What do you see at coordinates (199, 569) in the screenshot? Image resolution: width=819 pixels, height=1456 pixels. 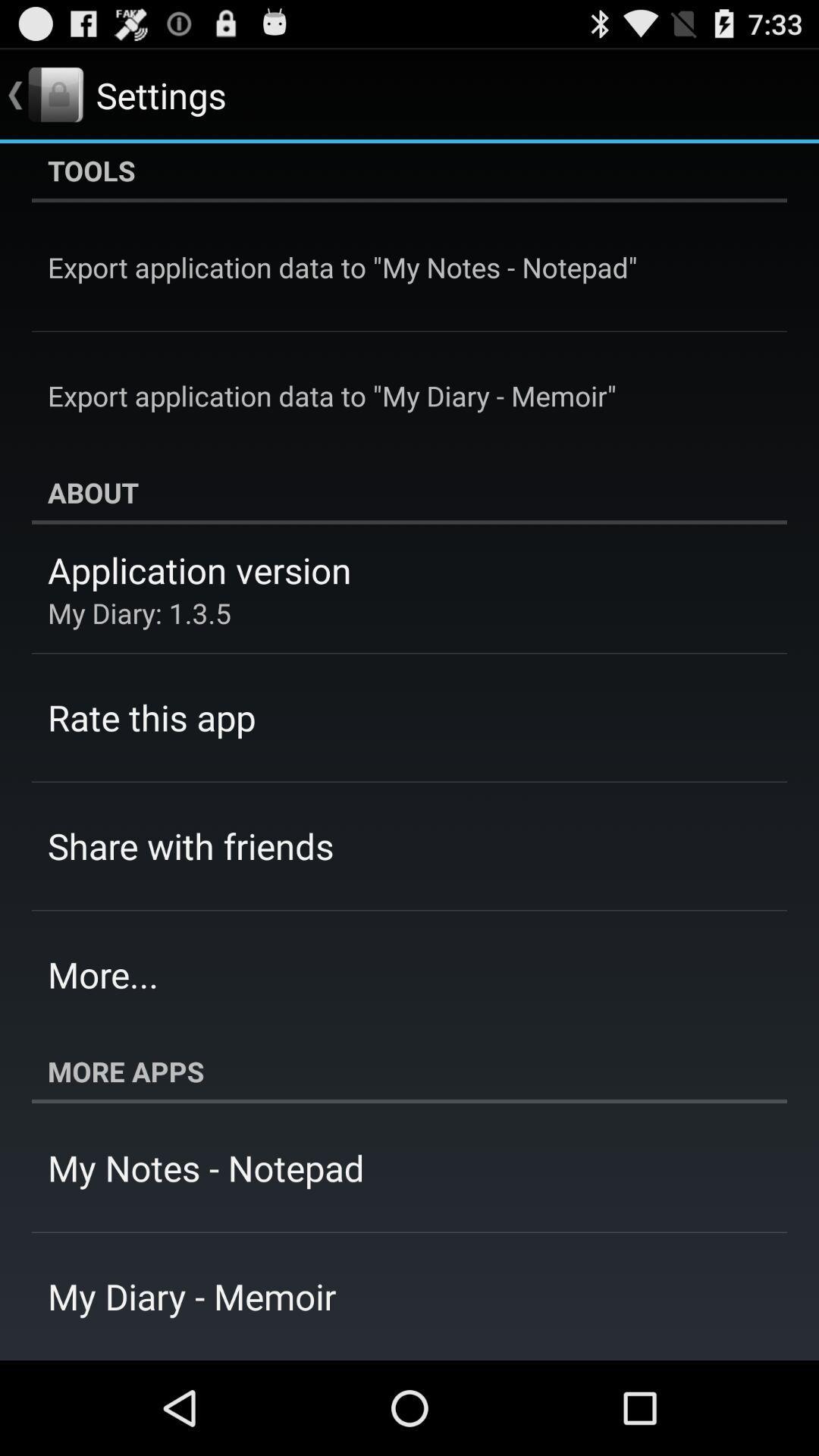 I see `the application version icon` at bounding box center [199, 569].